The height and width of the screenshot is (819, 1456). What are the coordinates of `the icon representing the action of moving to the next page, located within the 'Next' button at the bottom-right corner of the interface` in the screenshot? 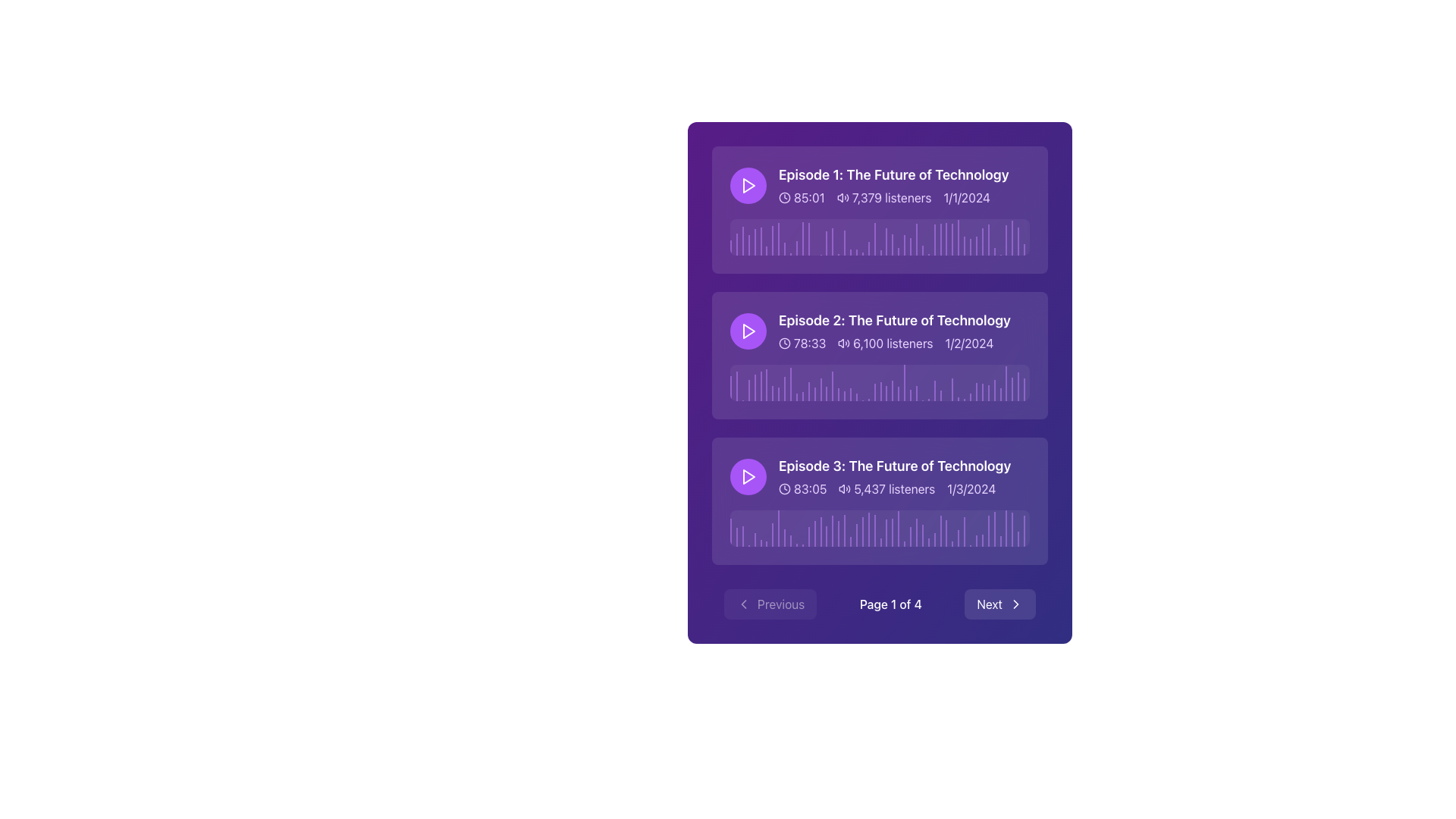 It's located at (1015, 604).